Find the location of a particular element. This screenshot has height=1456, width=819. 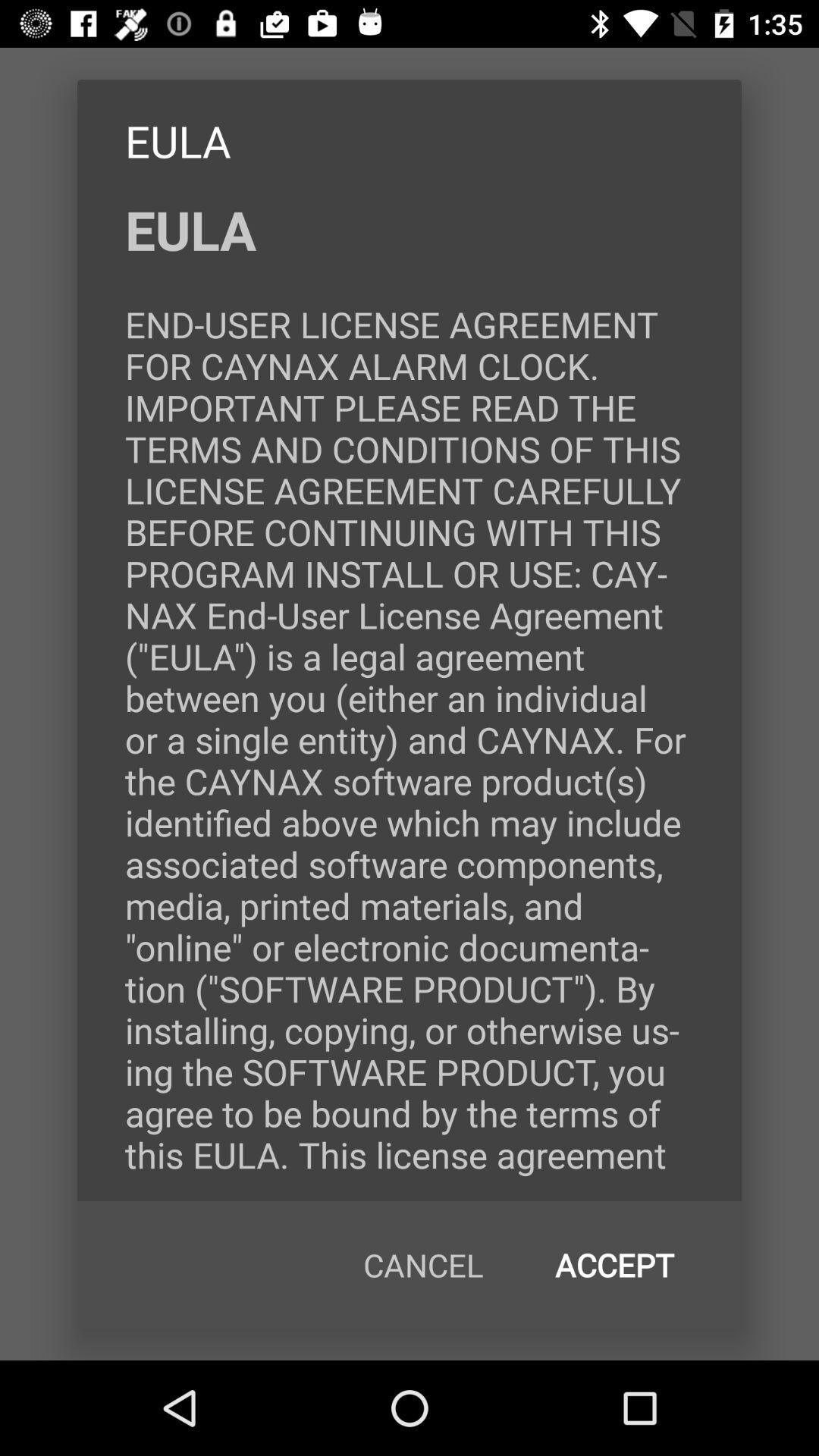

icon below eula end user icon is located at coordinates (614, 1265).